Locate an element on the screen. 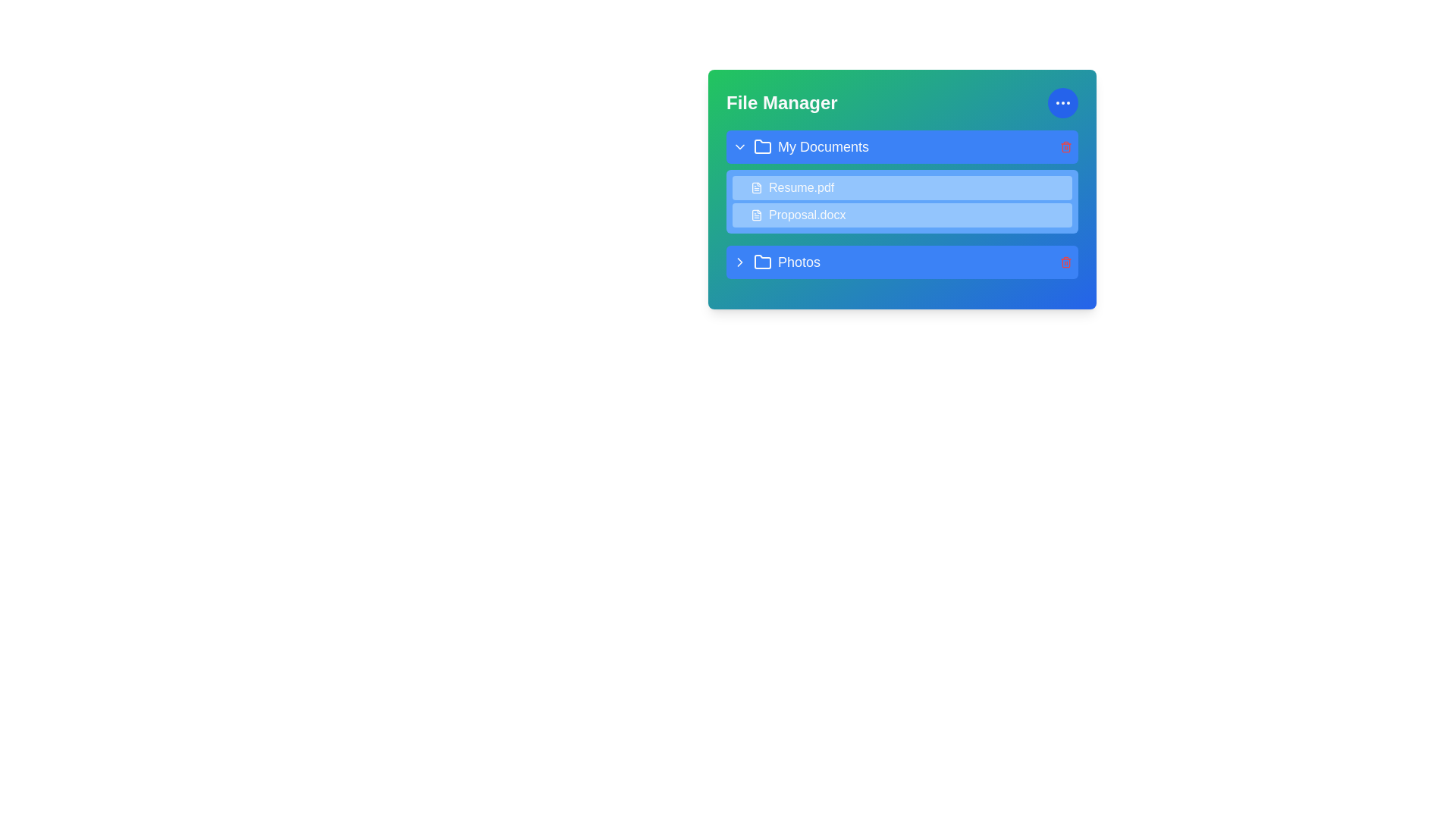  the 'Photos' folder item in the file manager list is located at coordinates (776, 262).